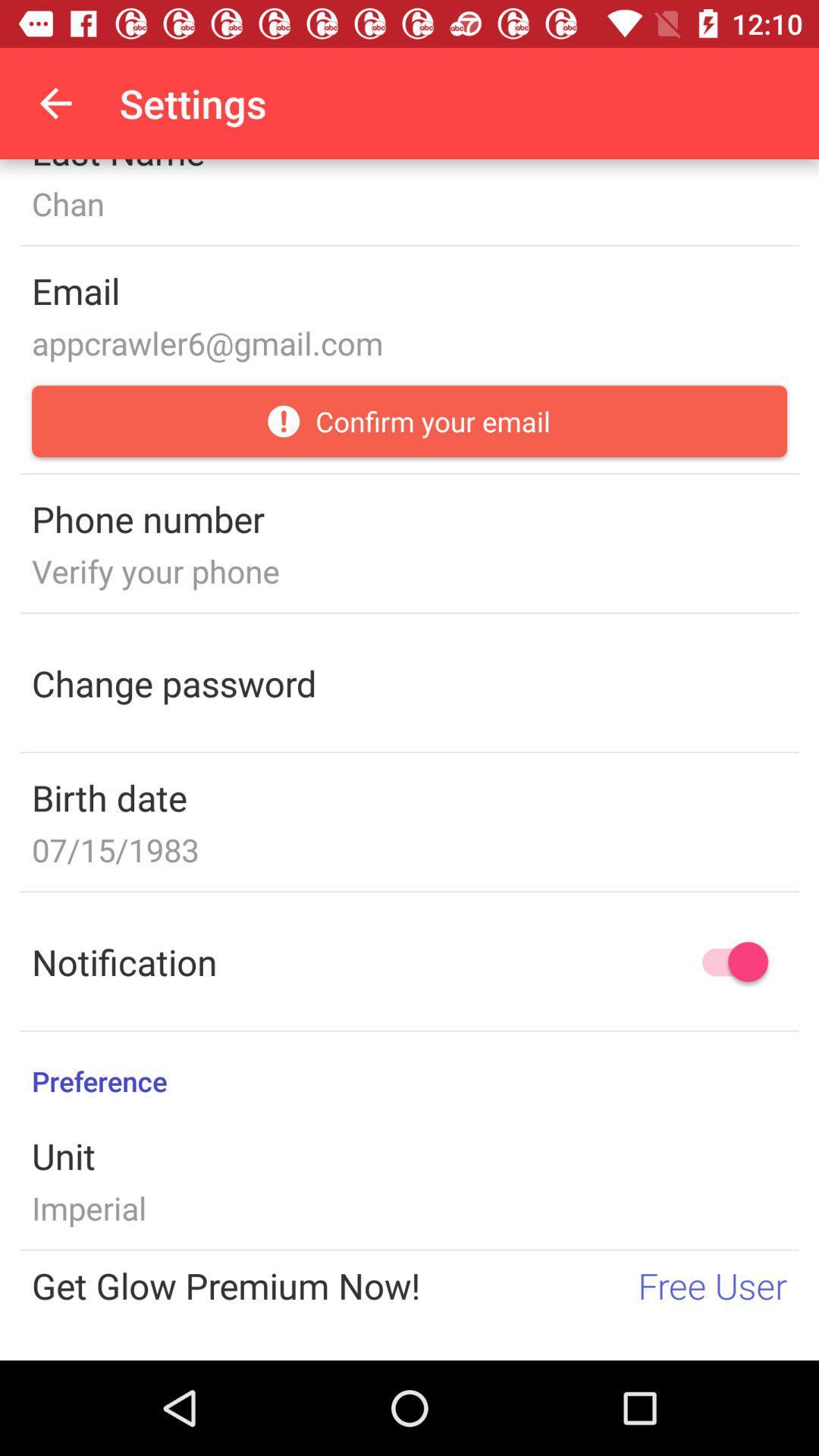 The image size is (819, 1456). I want to click on the free user icon, so click(712, 1285).